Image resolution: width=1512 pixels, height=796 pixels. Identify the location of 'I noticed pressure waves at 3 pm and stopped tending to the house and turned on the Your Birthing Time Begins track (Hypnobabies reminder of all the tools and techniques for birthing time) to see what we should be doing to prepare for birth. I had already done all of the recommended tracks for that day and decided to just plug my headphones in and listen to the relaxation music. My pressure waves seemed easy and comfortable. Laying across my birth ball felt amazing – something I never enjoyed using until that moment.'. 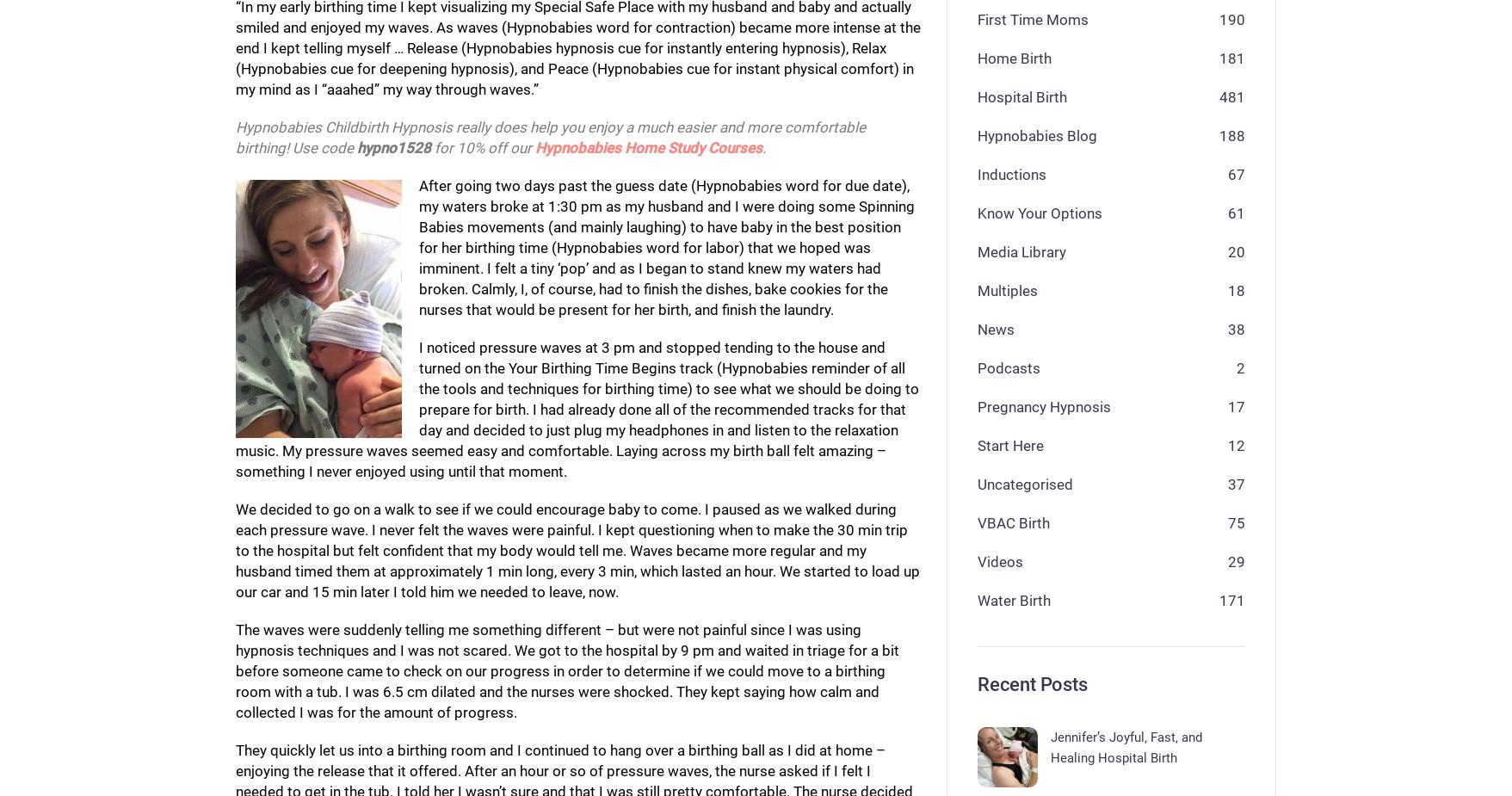
(575, 408).